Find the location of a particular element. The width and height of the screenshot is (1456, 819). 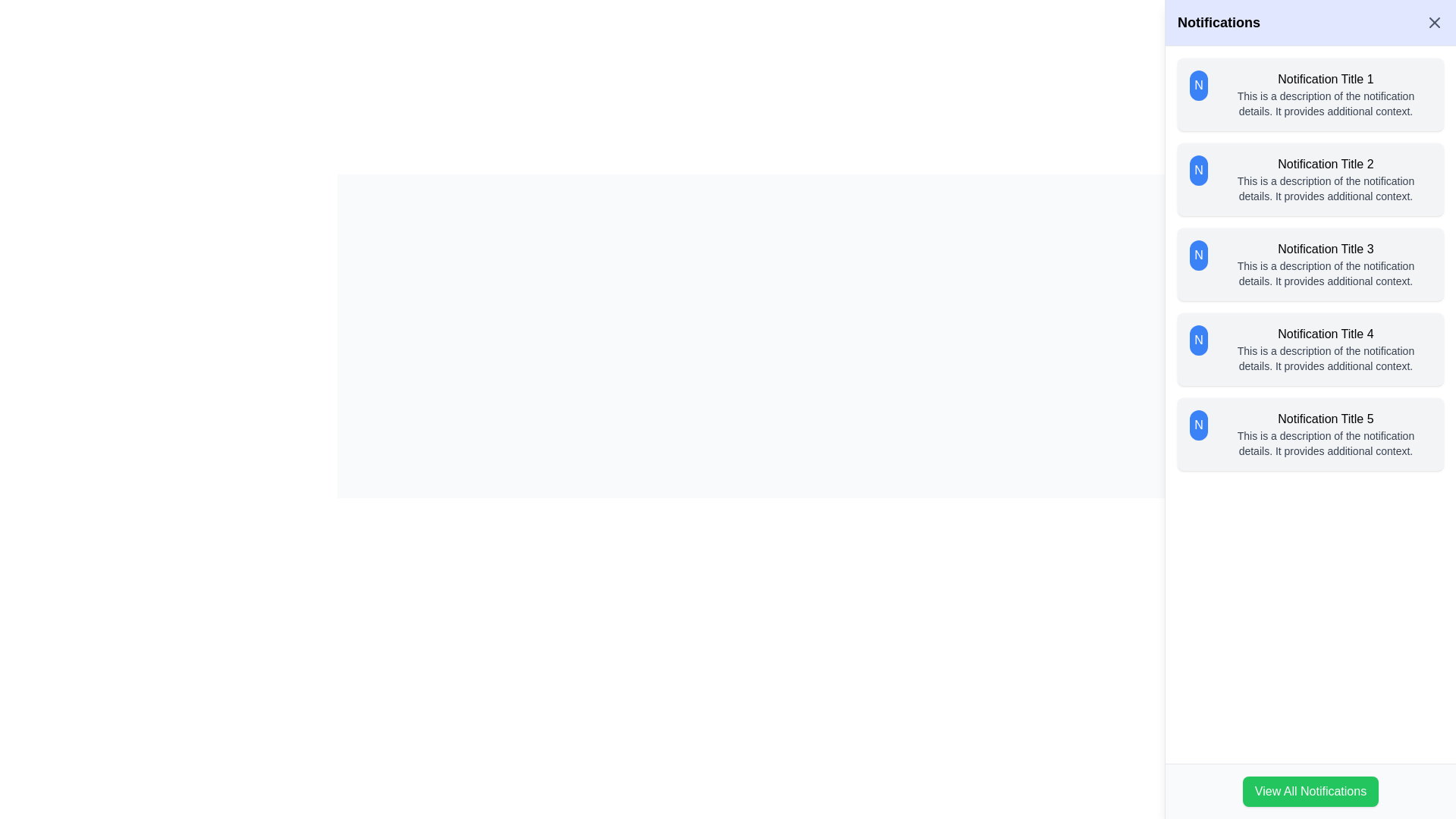

the third notification card in the sidebar is located at coordinates (1310, 263).